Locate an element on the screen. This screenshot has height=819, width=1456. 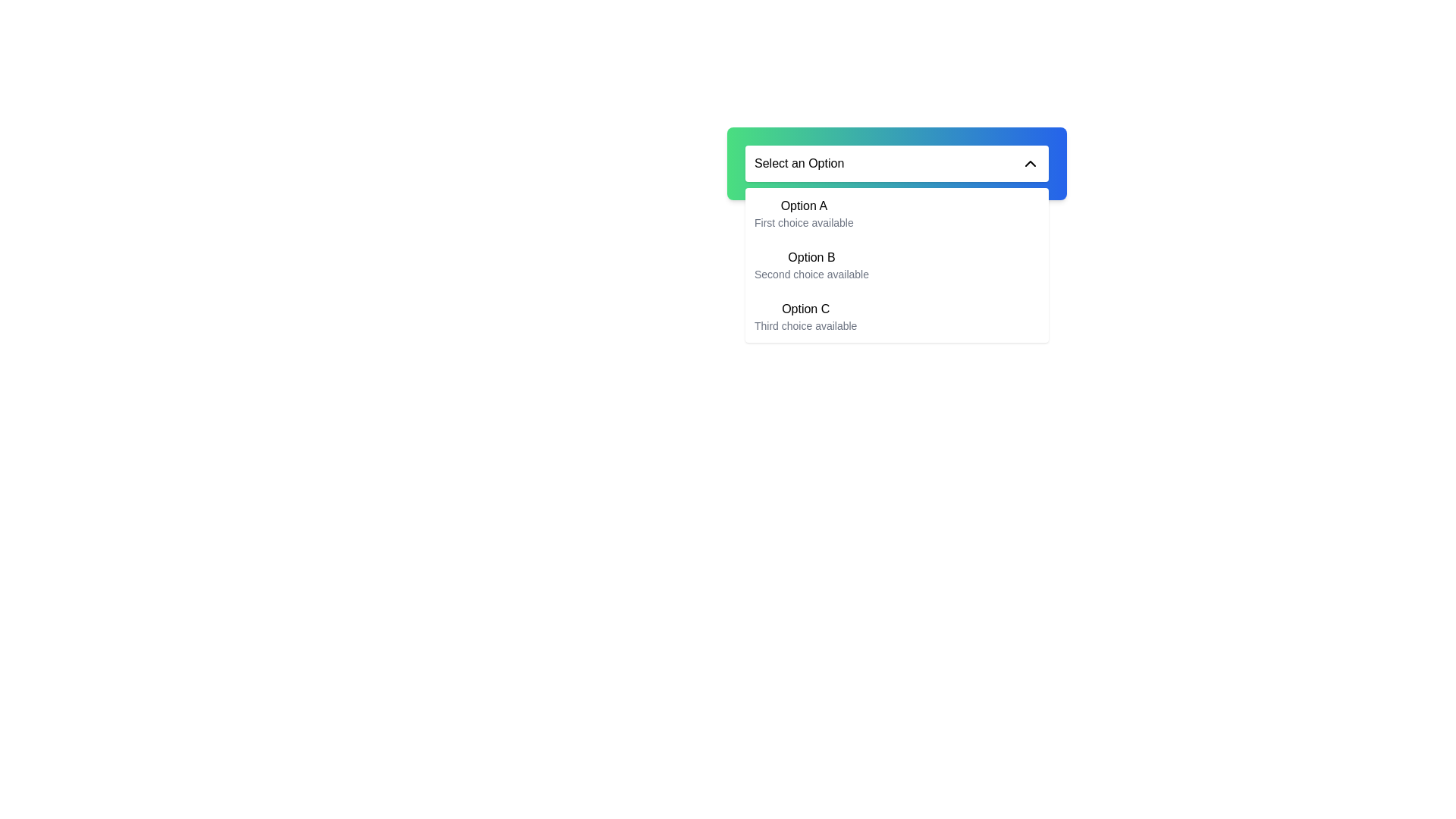
the first choice in the dropdown menu is located at coordinates (803, 213).